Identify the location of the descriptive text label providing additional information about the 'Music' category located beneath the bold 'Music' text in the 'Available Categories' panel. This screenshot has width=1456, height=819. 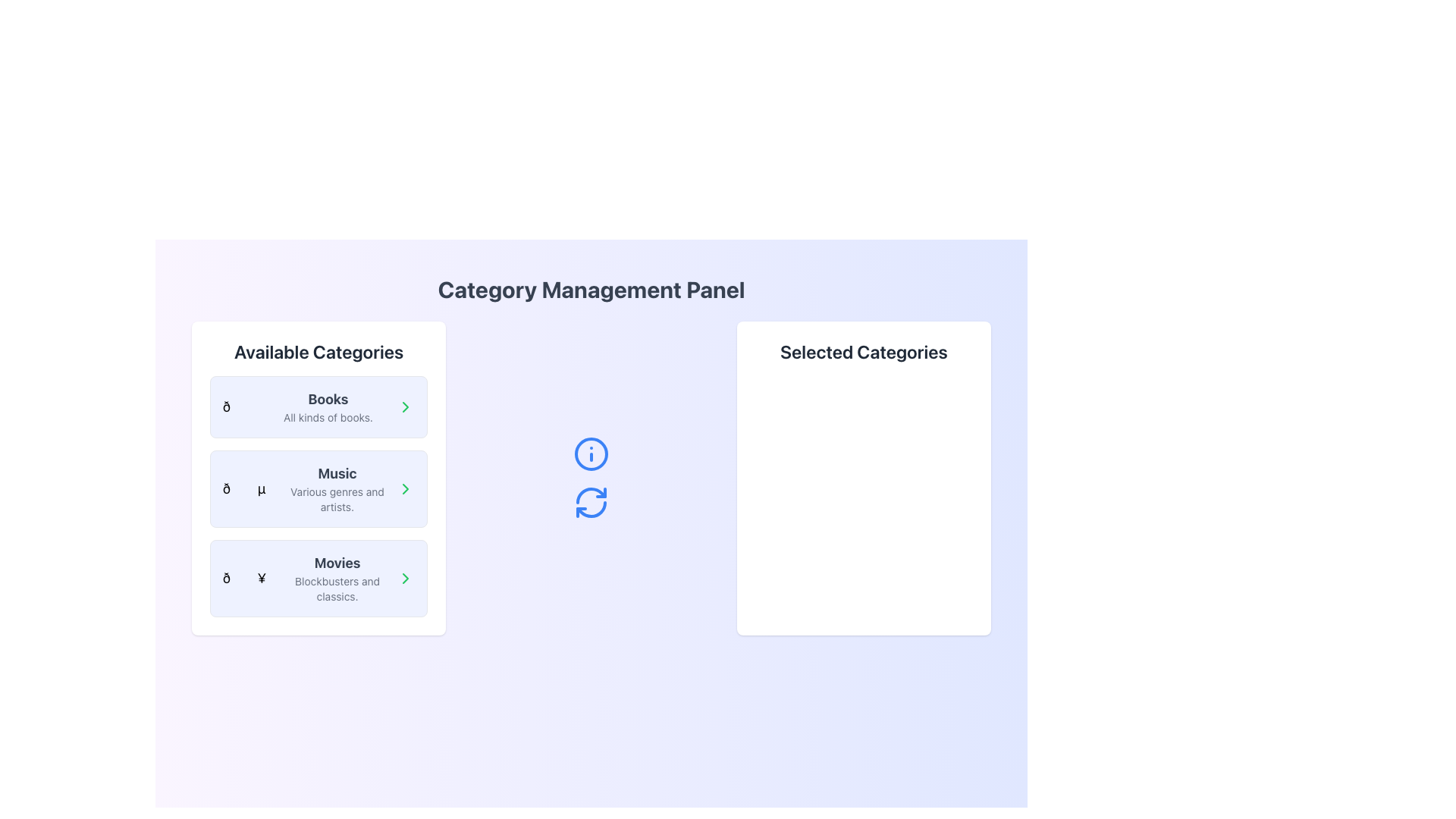
(336, 500).